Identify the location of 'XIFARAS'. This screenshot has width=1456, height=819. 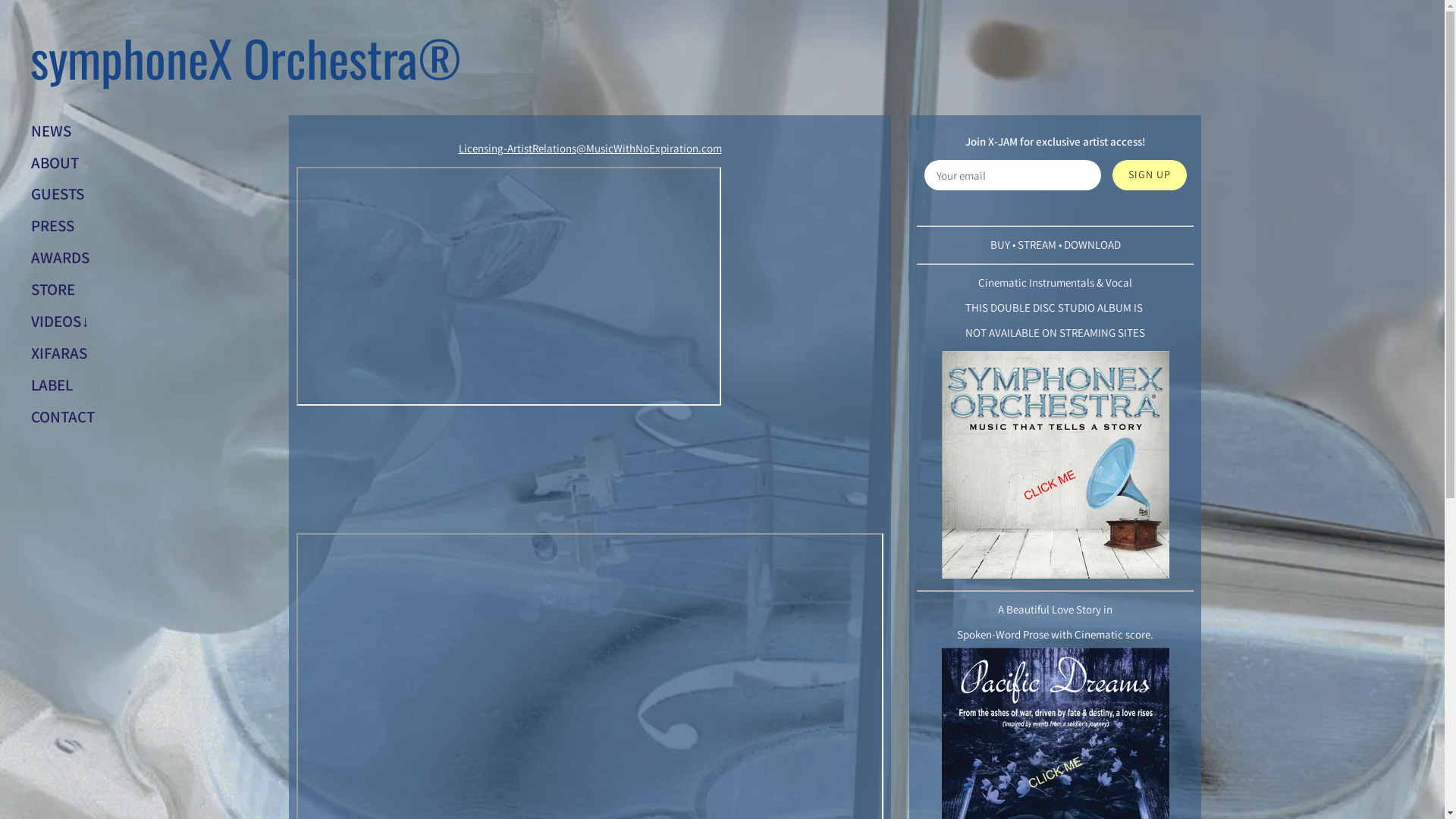
(58, 353).